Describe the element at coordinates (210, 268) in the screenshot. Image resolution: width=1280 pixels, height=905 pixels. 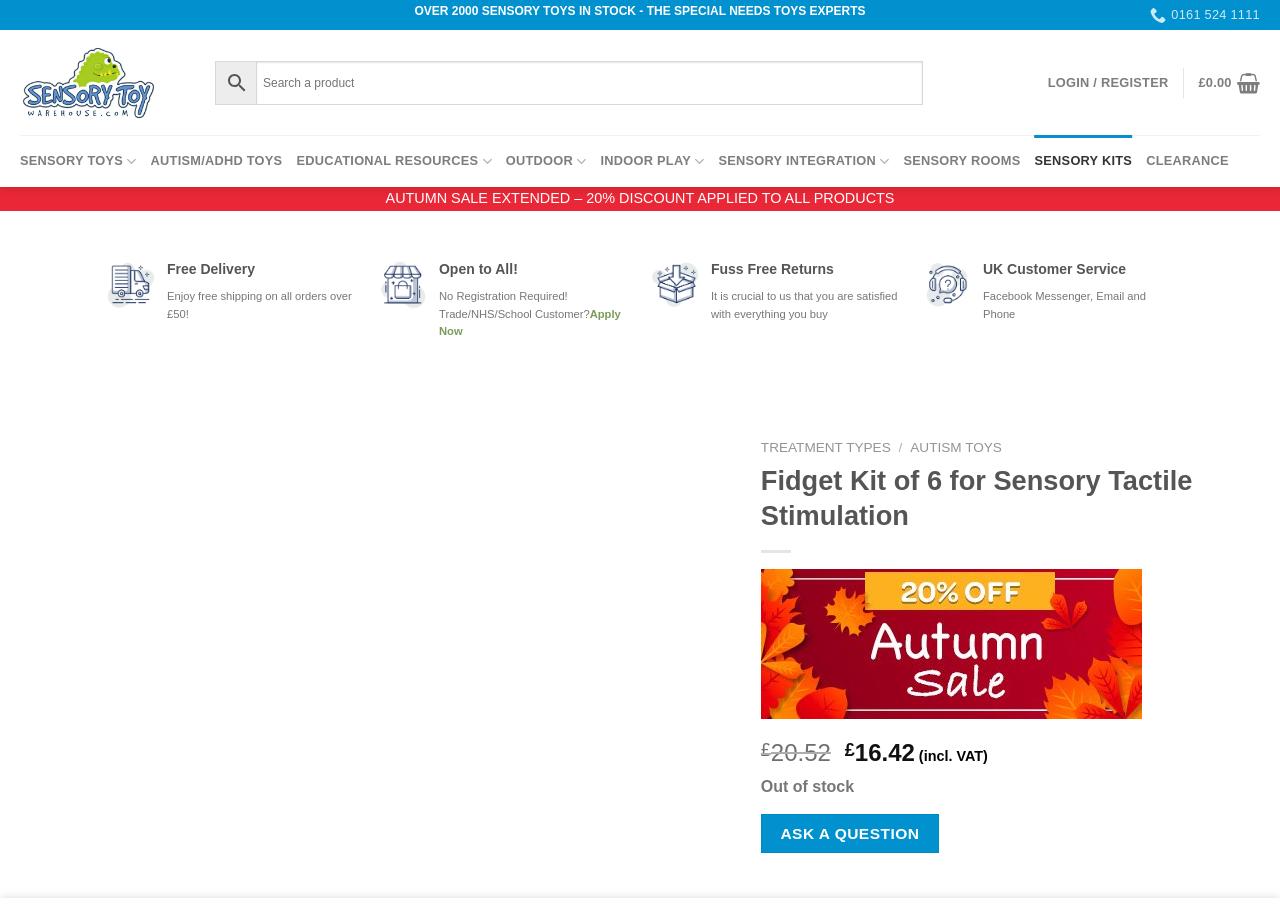
I see `'Free Delivery'` at that location.